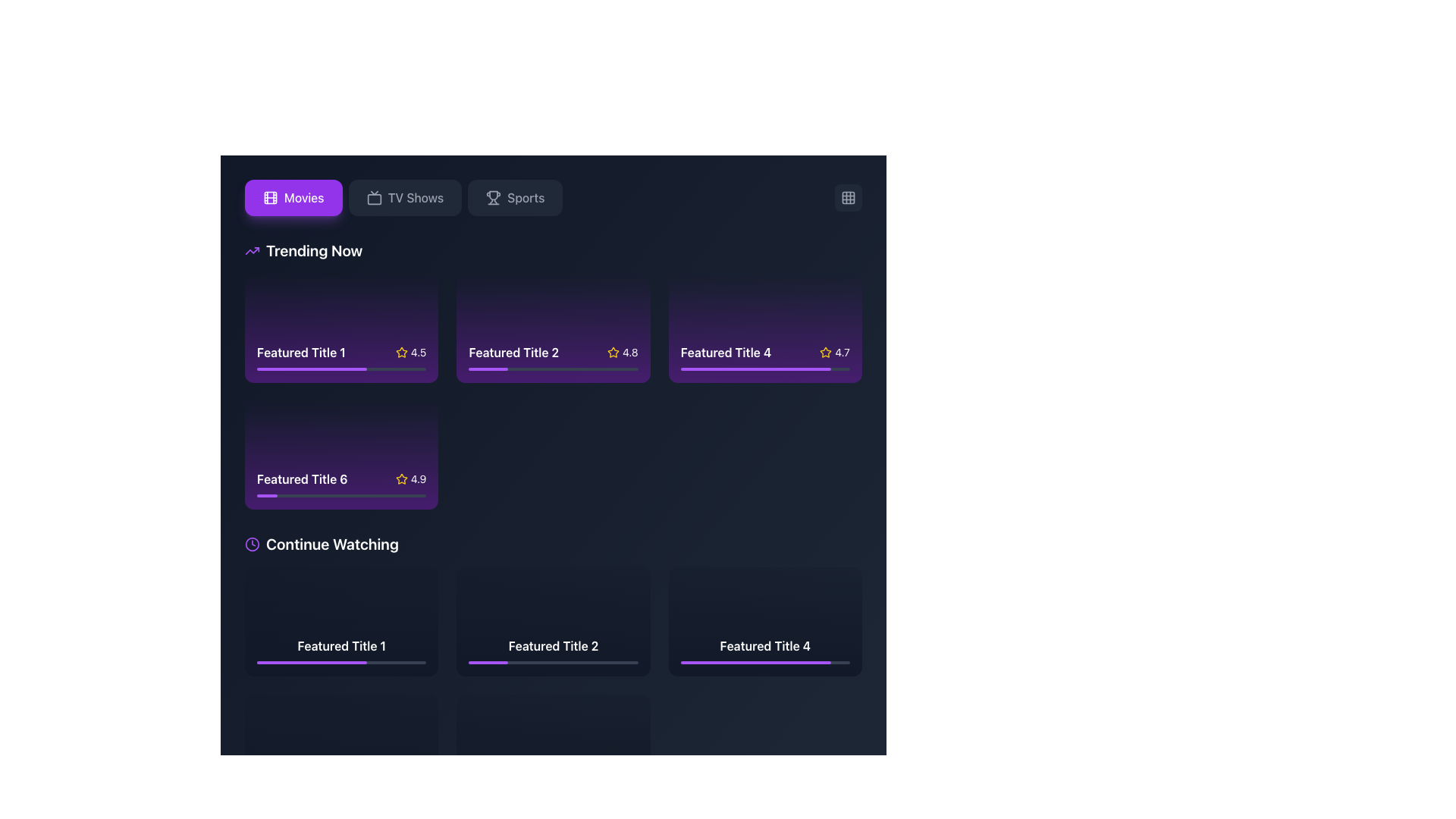  Describe the element at coordinates (756, 369) in the screenshot. I see `the Progress bar representing the completion level for 'Featured Title 4' located beneath the title in the 'Trending Now' section` at that location.